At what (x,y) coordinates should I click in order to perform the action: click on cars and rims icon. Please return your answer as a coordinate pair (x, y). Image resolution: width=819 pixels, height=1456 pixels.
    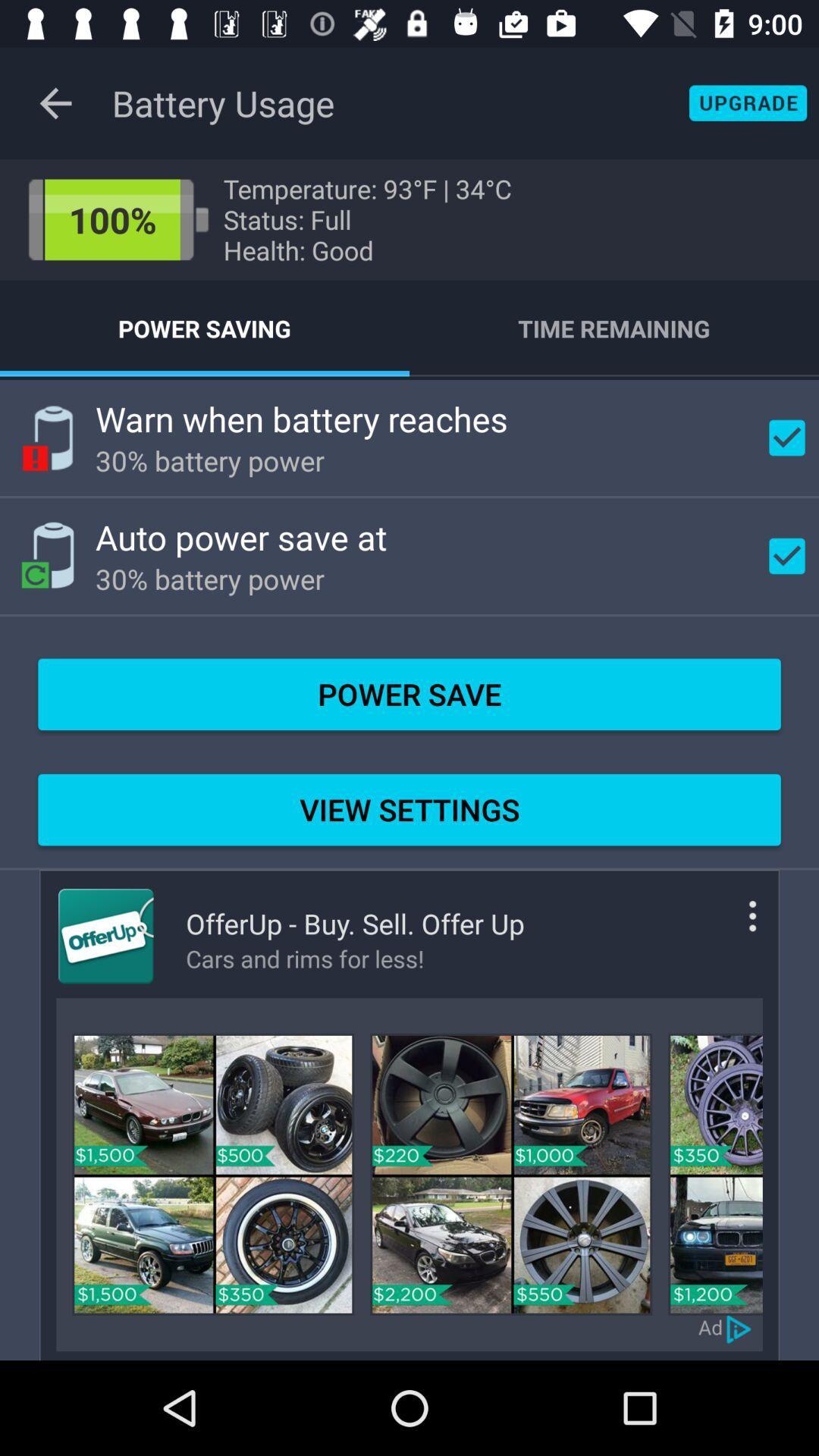
    Looking at the image, I should click on (355, 958).